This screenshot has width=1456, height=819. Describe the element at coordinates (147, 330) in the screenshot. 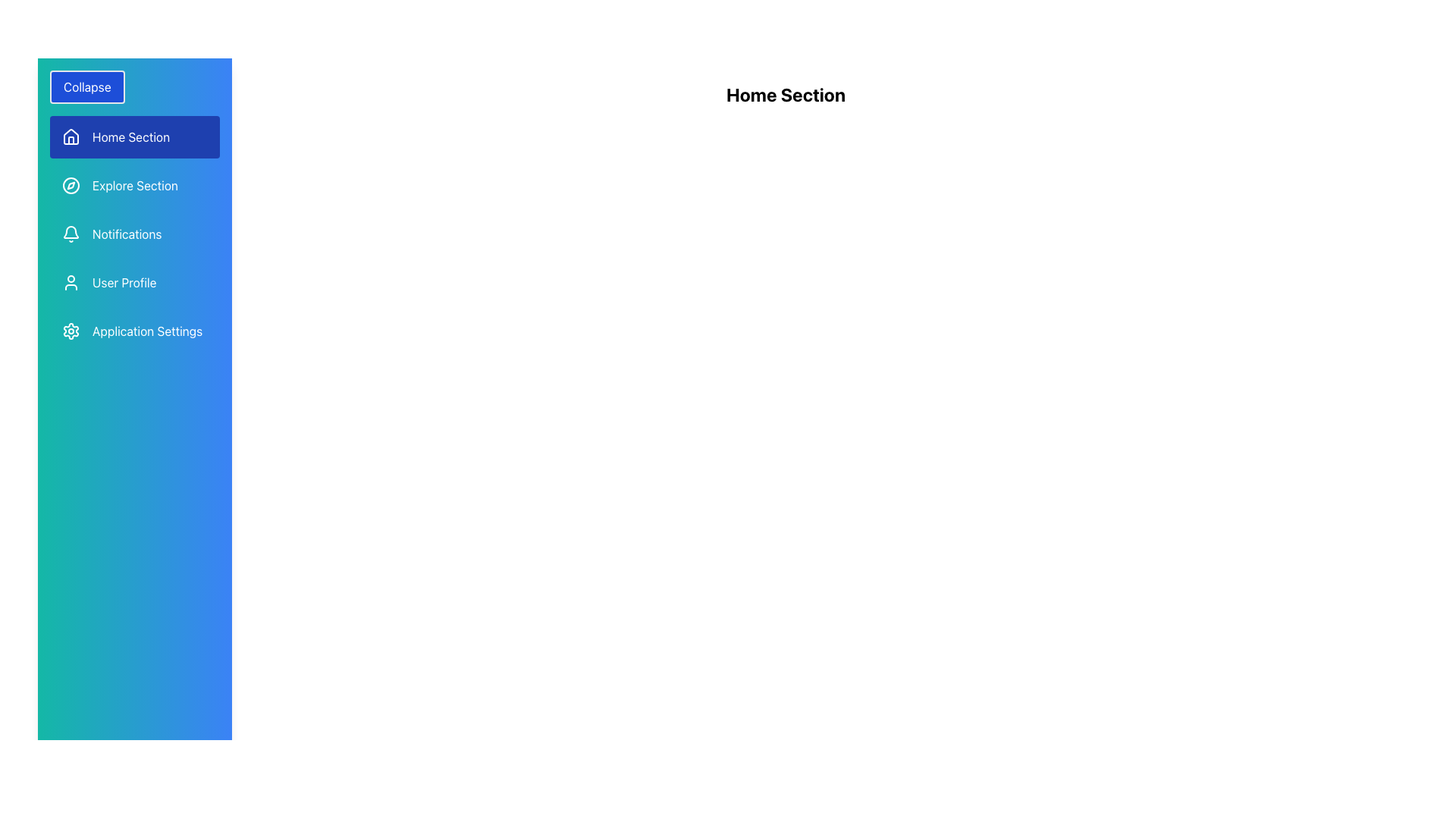

I see `the 'Application Settings' text label in the vertical navigation menu` at that location.